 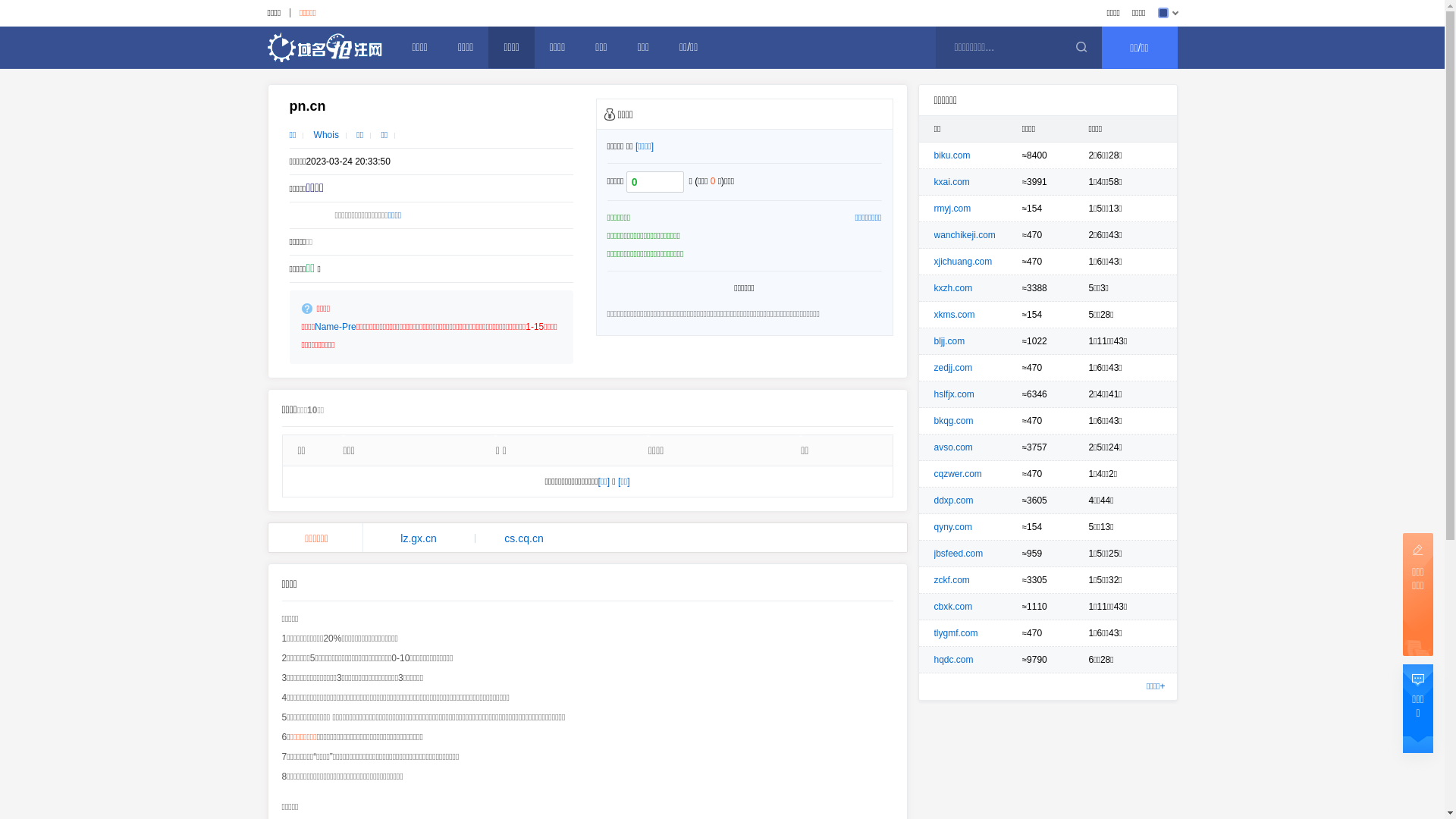 What do you see at coordinates (952, 288) in the screenshot?
I see `'kxzh.com'` at bounding box center [952, 288].